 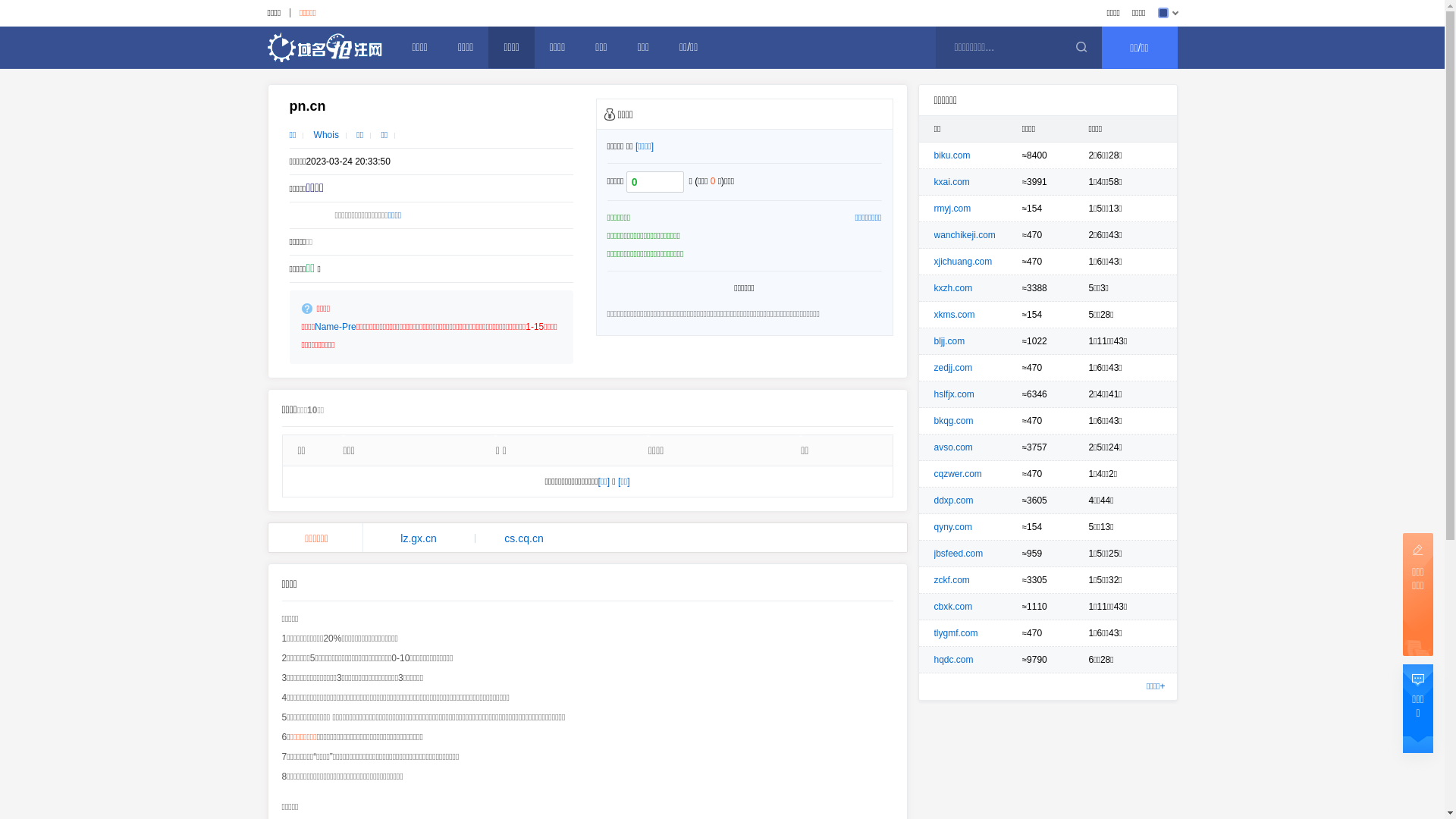 What do you see at coordinates (952, 288) in the screenshot?
I see `'kxzh.com'` at bounding box center [952, 288].